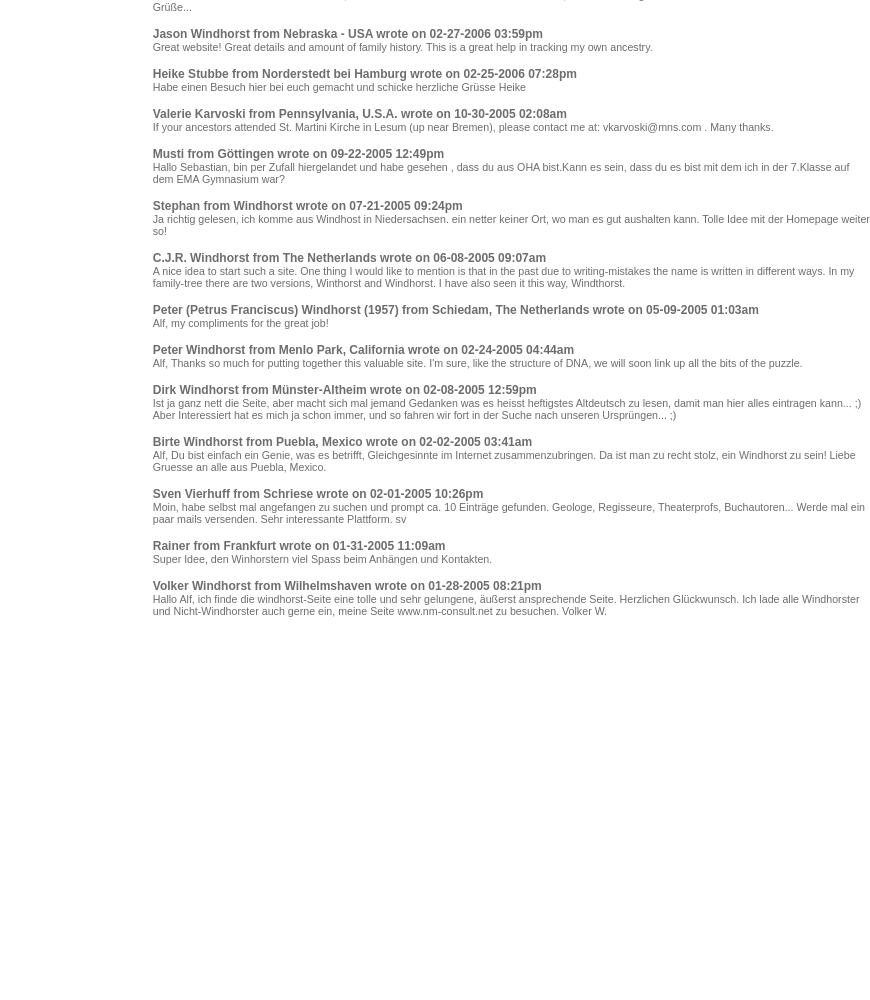 The width and height of the screenshot is (870, 1000). What do you see at coordinates (505, 409) in the screenshot?
I see `'Ist ja ganz nett die Seite, aber macht sich mal jemand Gedanken was es heisst heftigstes Altdeutsch zu lesen, damit man hier alles eintragen kann... ;) Aber Interessiert hat es mich ja schon immer, und so fahren wir fort in der Suche nach unseren Ursprüngen... ;)'` at bounding box center [505, 409].